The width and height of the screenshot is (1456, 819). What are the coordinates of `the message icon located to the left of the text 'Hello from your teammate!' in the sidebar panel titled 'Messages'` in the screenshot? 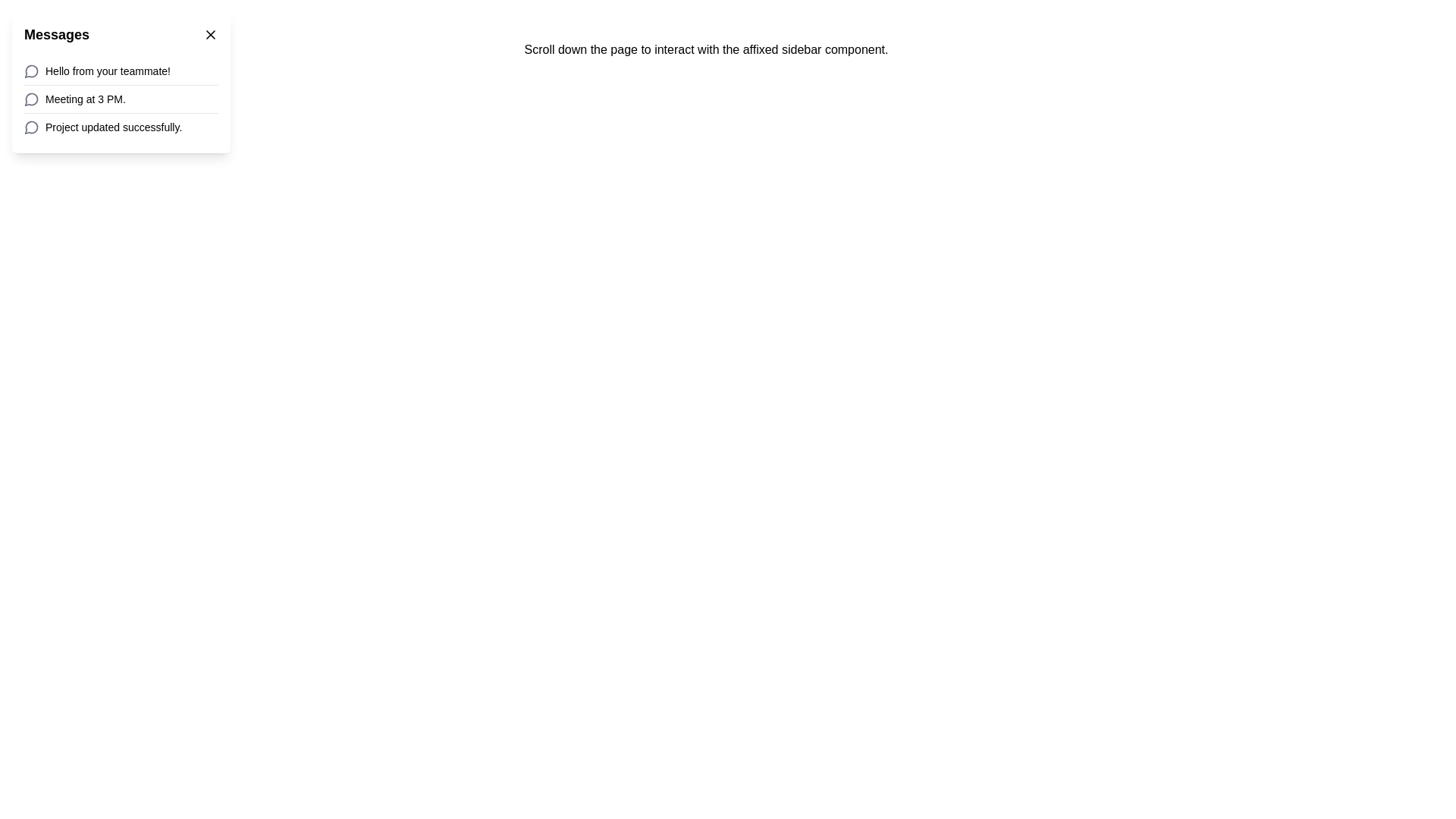 It's located at (32, 71).